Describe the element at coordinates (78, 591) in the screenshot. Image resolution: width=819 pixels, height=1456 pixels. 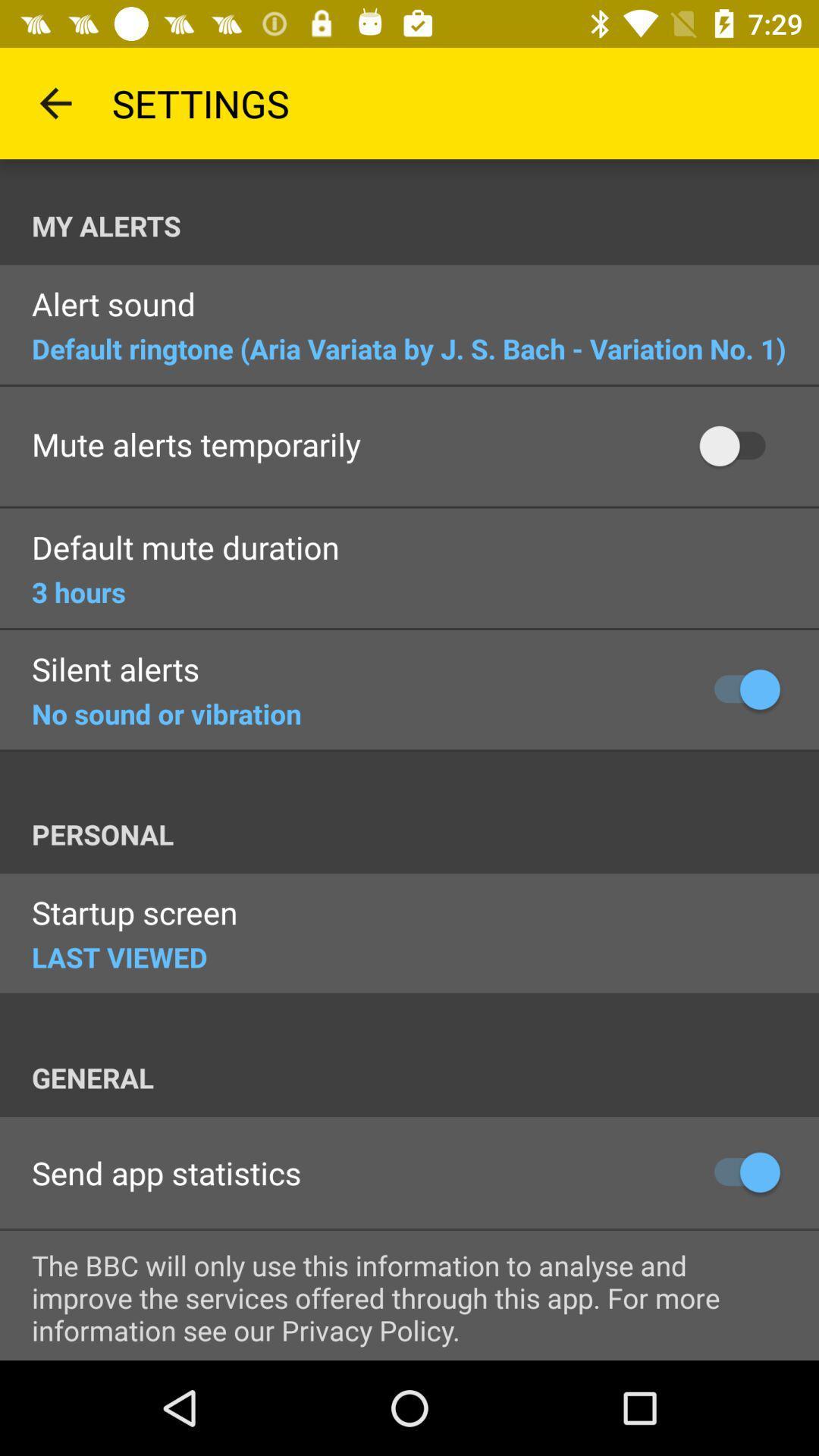
I see `icon above silent alerts icon` at that location.